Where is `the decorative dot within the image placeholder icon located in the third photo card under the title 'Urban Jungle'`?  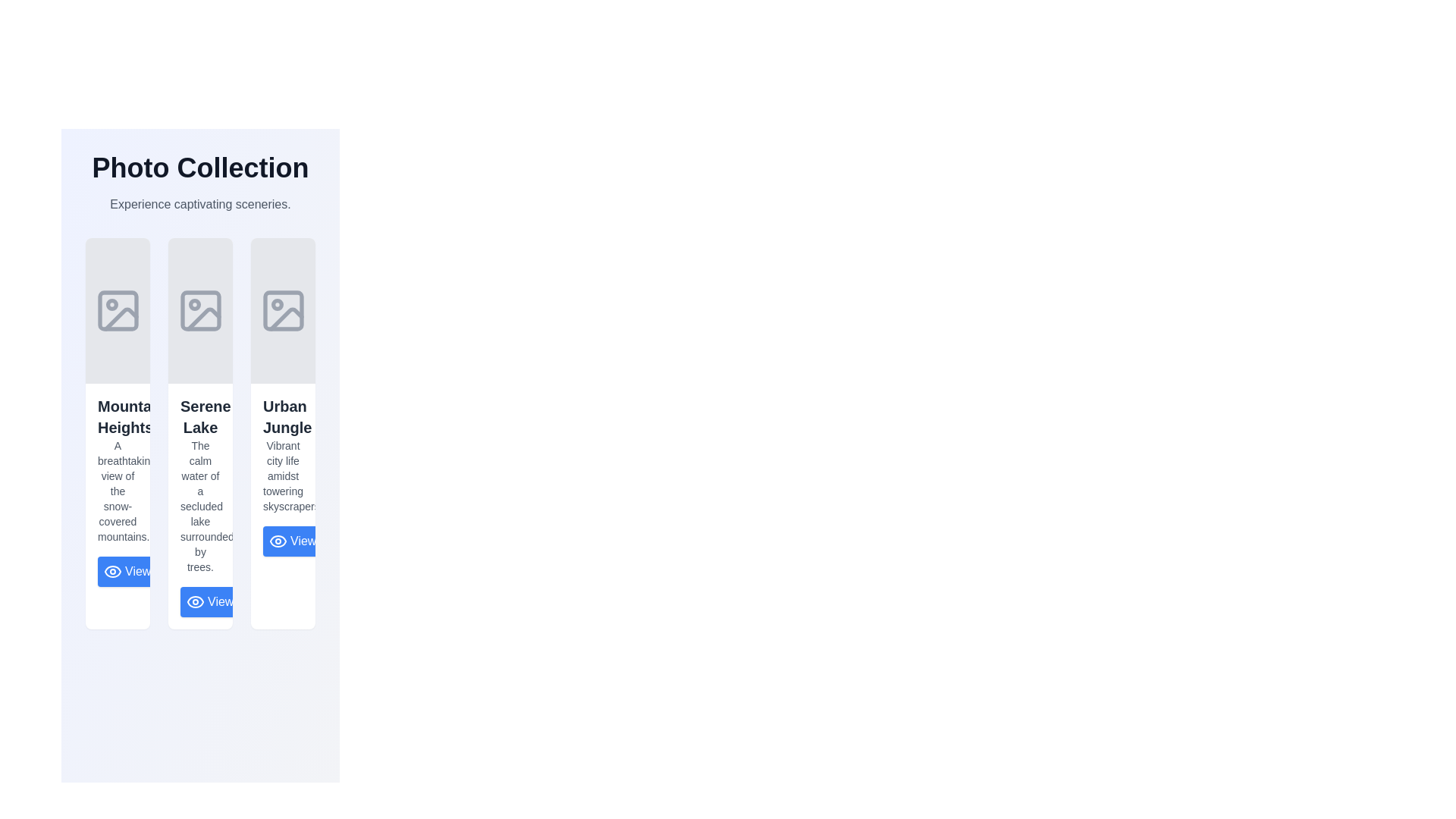 the decorative dot within the image placeholder icon located in the third photo card under the title 'Urban Jungle' is located at coordinates (277, 304).